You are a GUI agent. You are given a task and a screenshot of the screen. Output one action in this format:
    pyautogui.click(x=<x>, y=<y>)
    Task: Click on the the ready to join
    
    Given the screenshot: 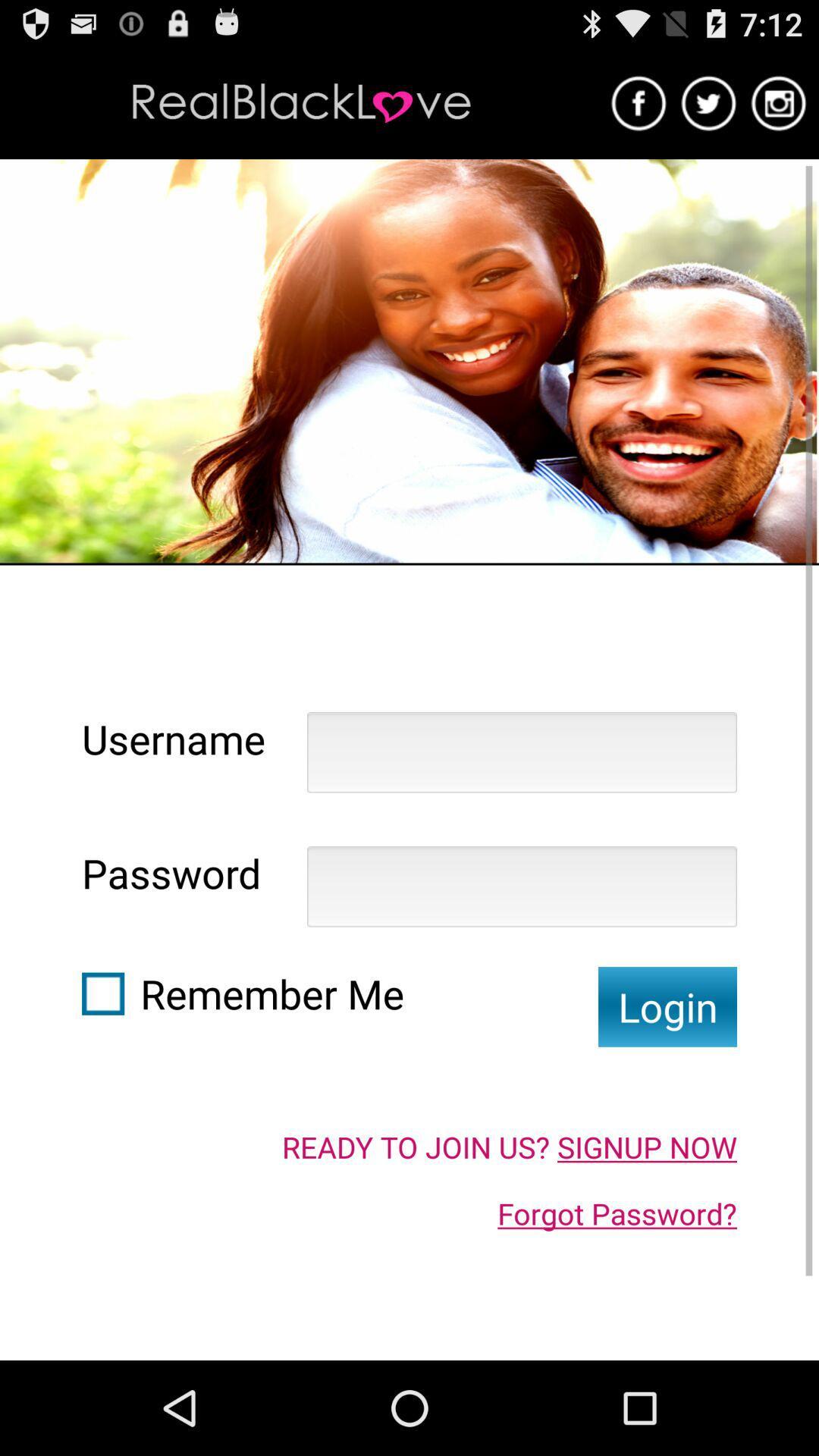 What is the action you would take?
    pyautogui.click(x=509, y=1147)
    